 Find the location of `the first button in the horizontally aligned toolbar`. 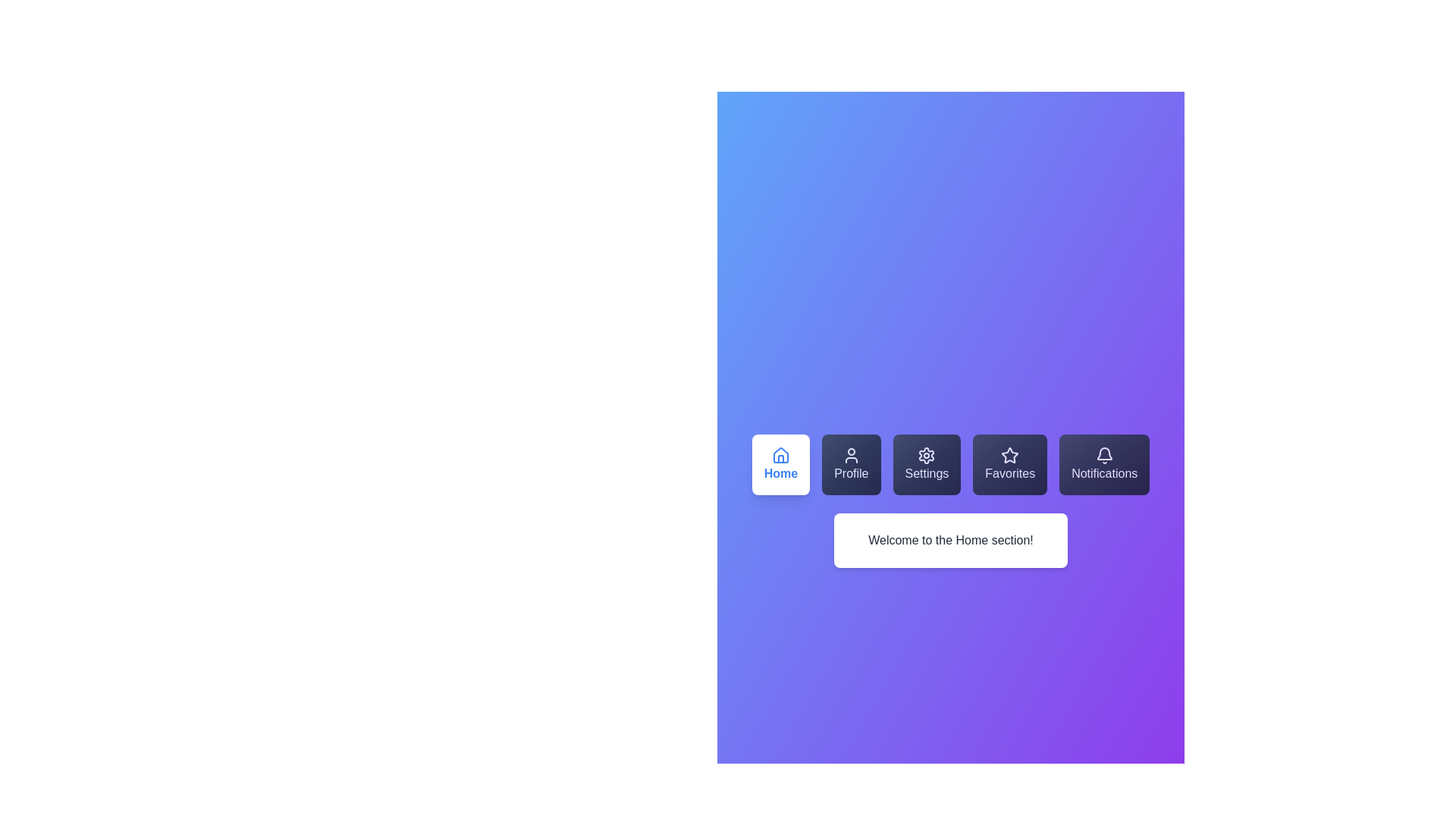

the first button in the horizontally aligned toolbar is located at coordinates (780, 464).